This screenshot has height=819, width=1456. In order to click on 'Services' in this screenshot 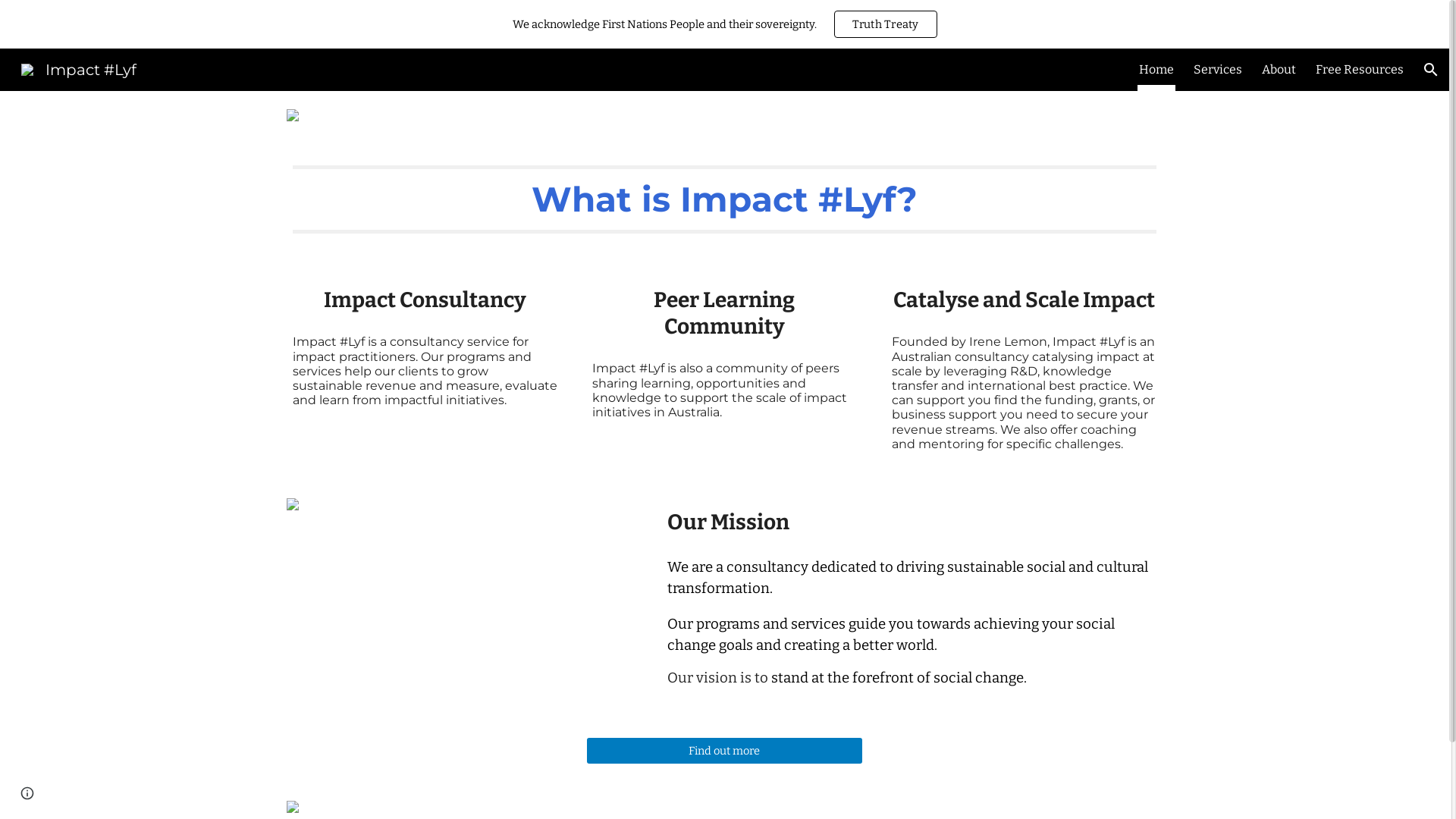, I will do `click(1218, 70)`.